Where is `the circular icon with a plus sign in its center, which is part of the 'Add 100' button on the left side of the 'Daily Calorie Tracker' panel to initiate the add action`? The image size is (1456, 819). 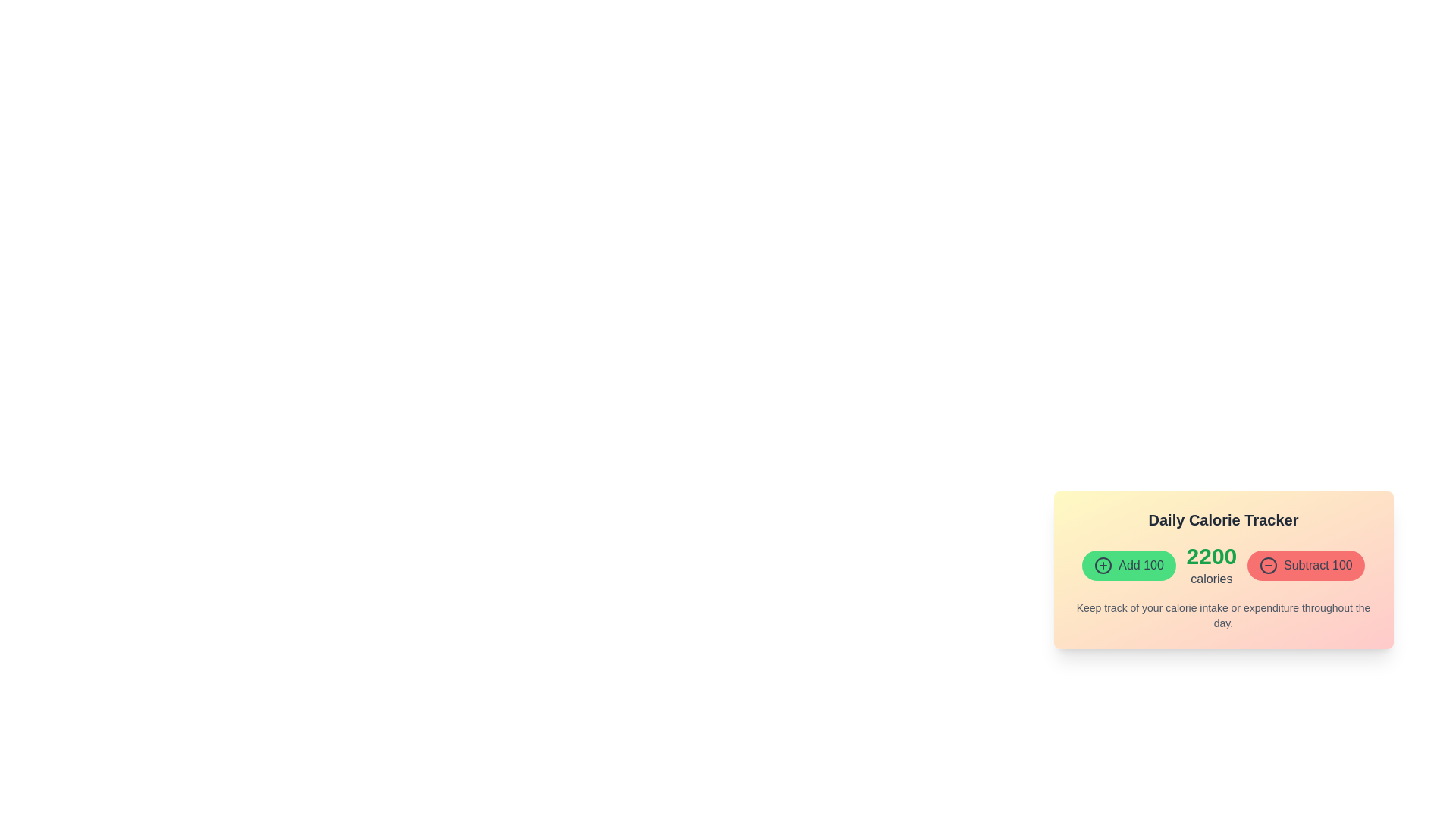 the circular icon with a plus sign in its center, which is part of the 'Add 100' button on the left side of the 'Daily Calorie Tracker' panel to initiate the add action is located at coordinates (1103, 565).